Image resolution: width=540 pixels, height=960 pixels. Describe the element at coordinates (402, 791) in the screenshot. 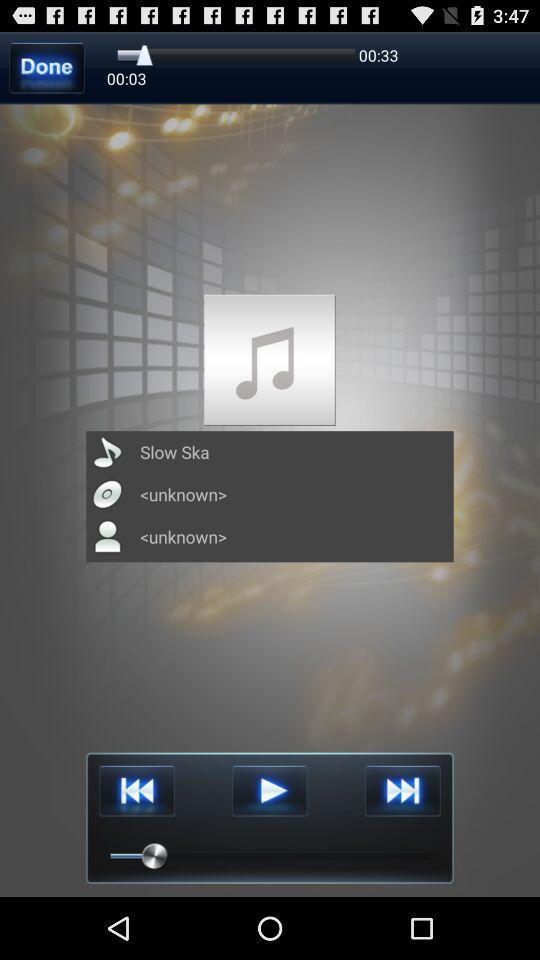

I see `go next track` at that location.